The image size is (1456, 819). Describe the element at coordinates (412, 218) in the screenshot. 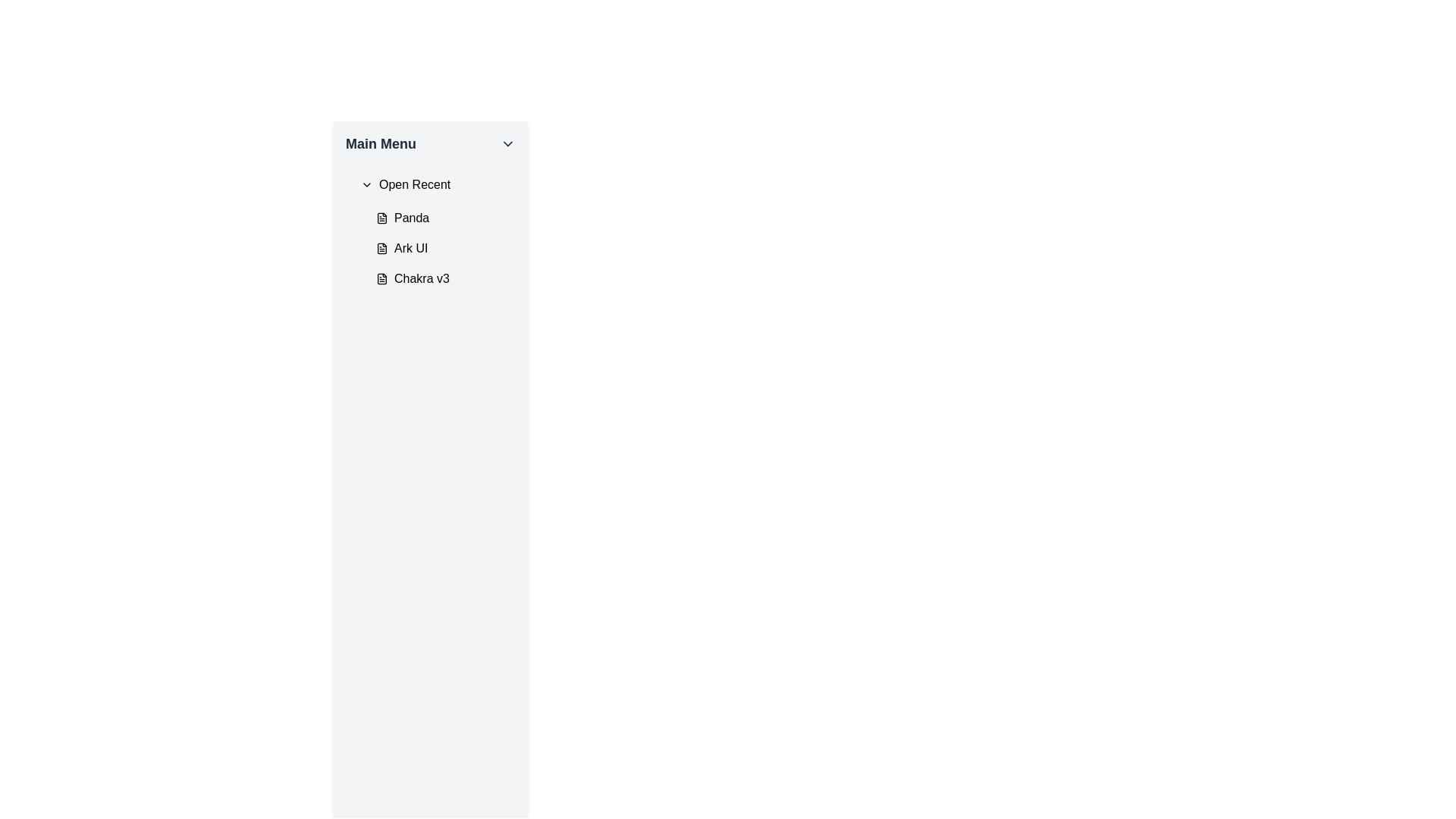

I see `the text label displaying 'Panda'` at that location.